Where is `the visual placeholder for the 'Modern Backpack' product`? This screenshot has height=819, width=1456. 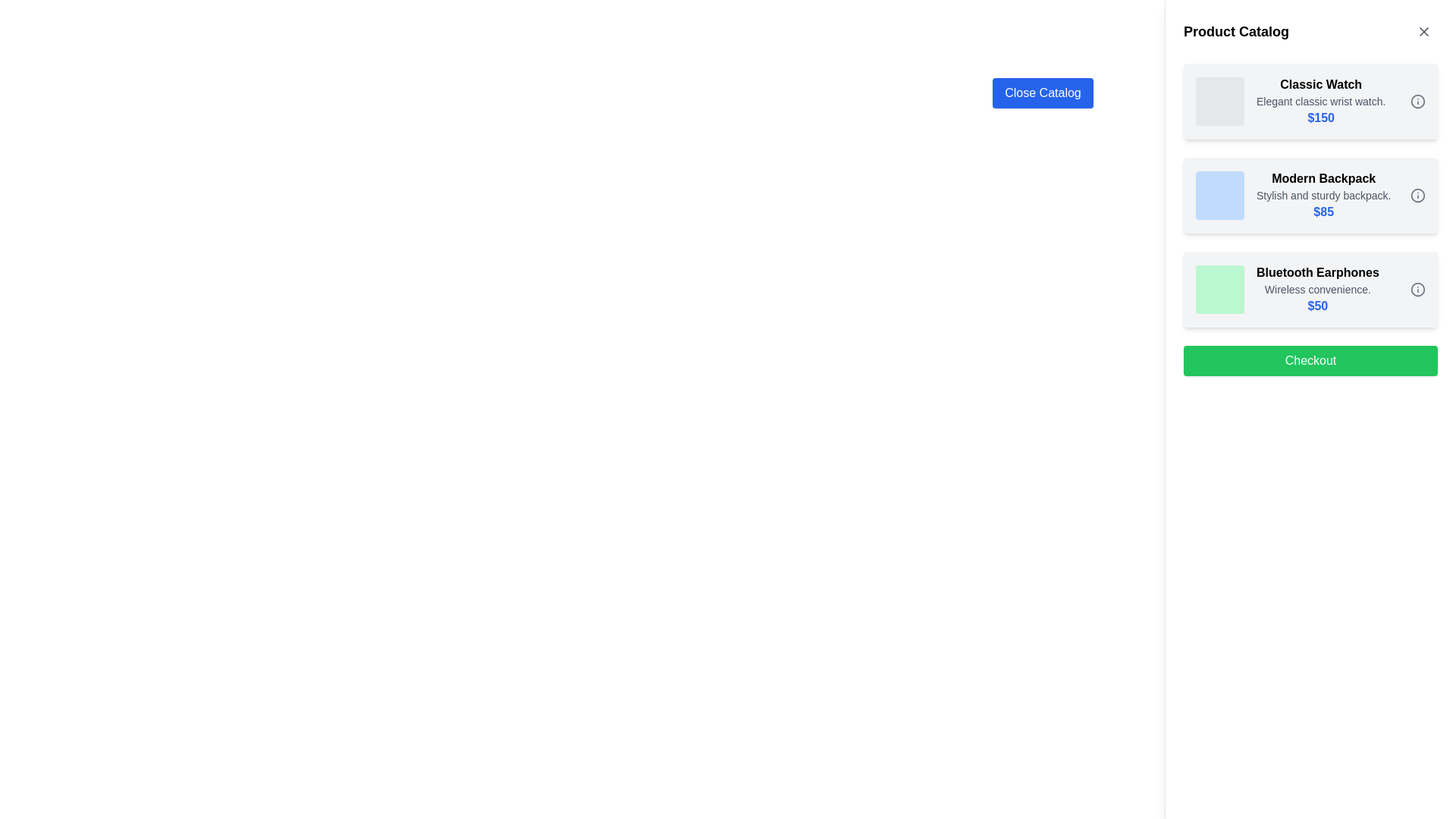 the visual placeholder for the 'Modern Backpack' product is located at coordinates (1219, 195).